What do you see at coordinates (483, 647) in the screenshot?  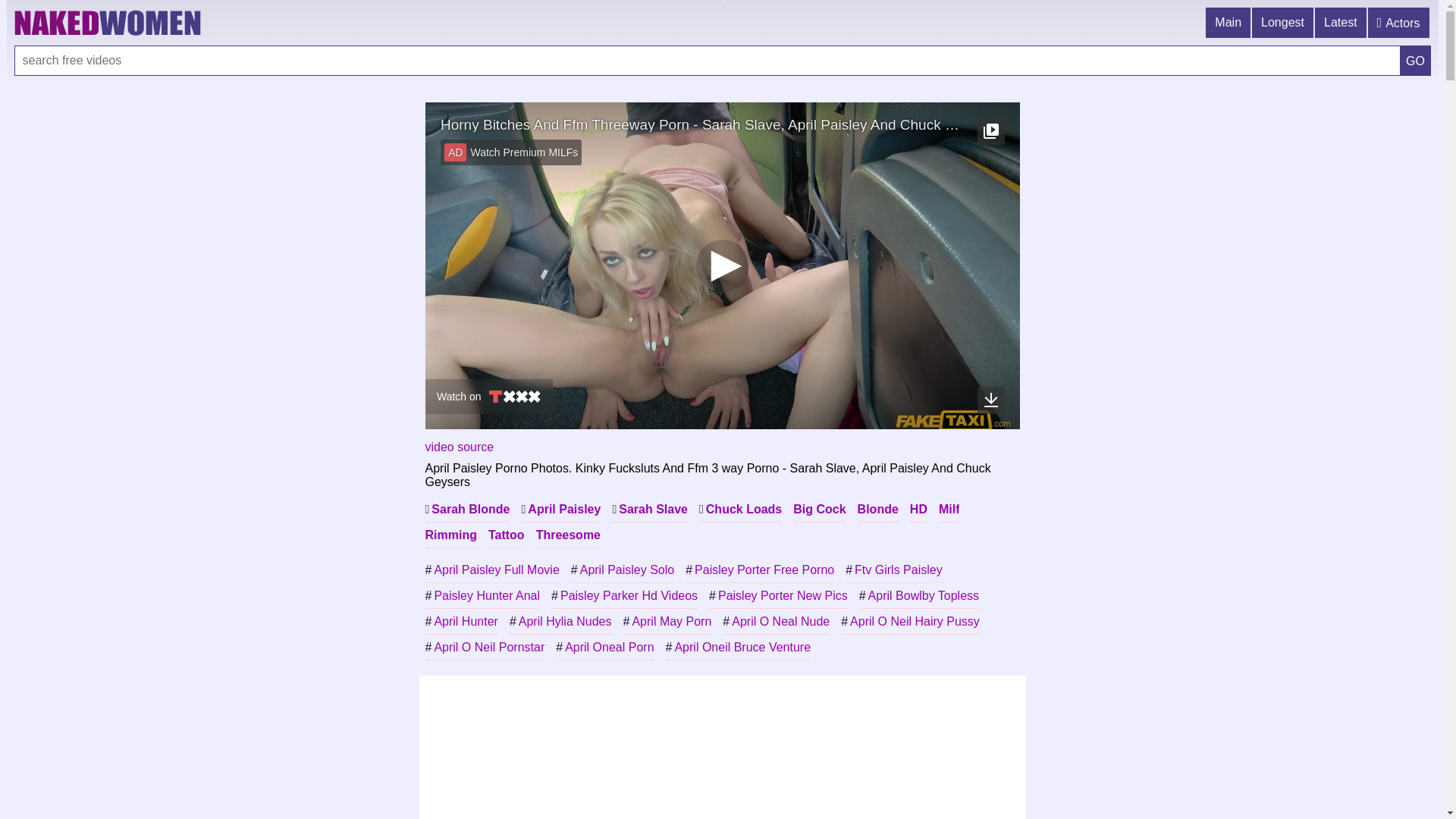 I see `'April O Neil Pornstar'` at bounding box center [483, 647].